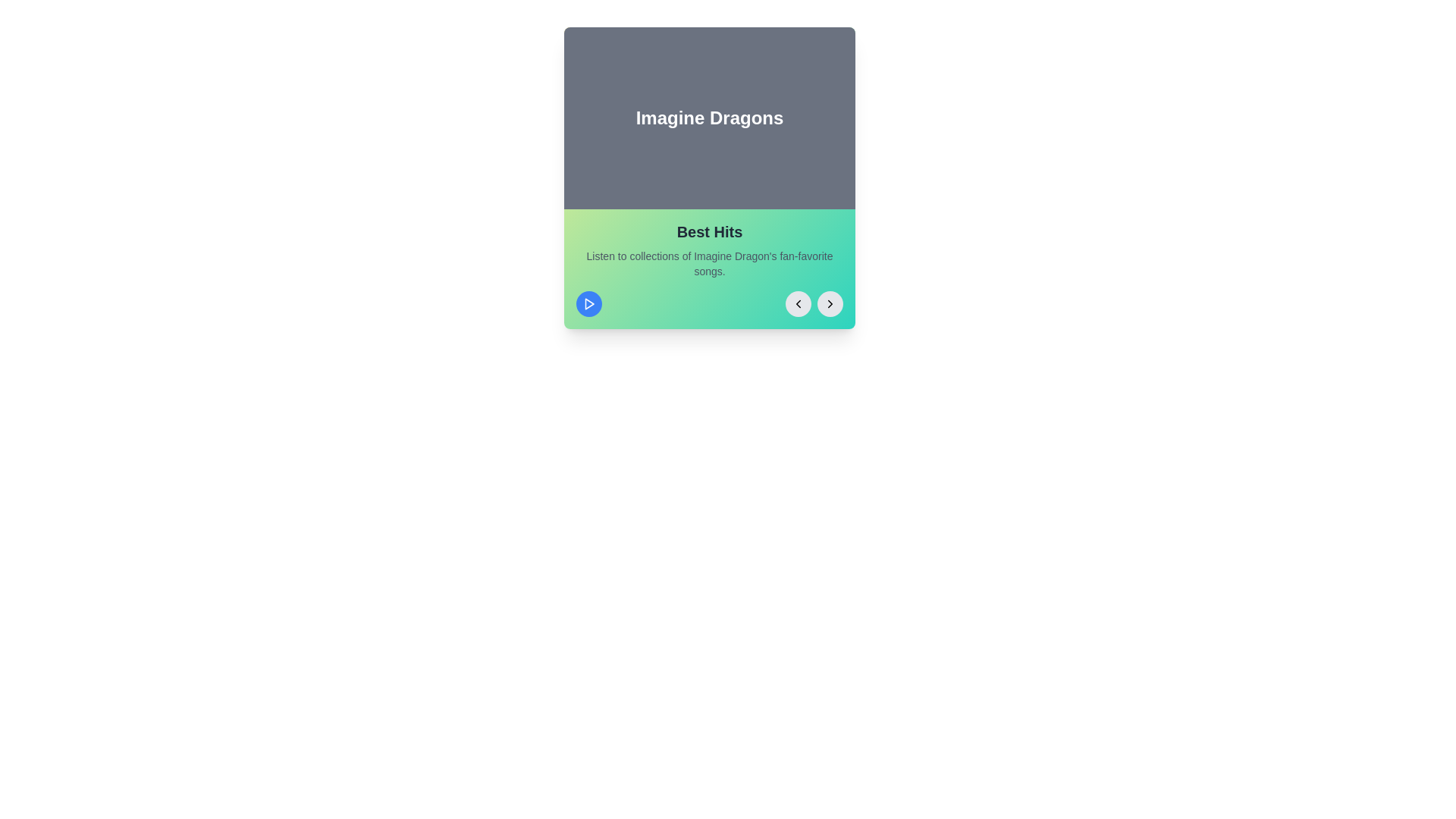 This screenshot has height=819, width=1456. What do you see at coordinates (829, 304) in the screenshot?
I see `the chevron-shaped icon pointing to the right, which is a thin outline style located in the bottom green section of the interface` at bounding box center [829, 304].